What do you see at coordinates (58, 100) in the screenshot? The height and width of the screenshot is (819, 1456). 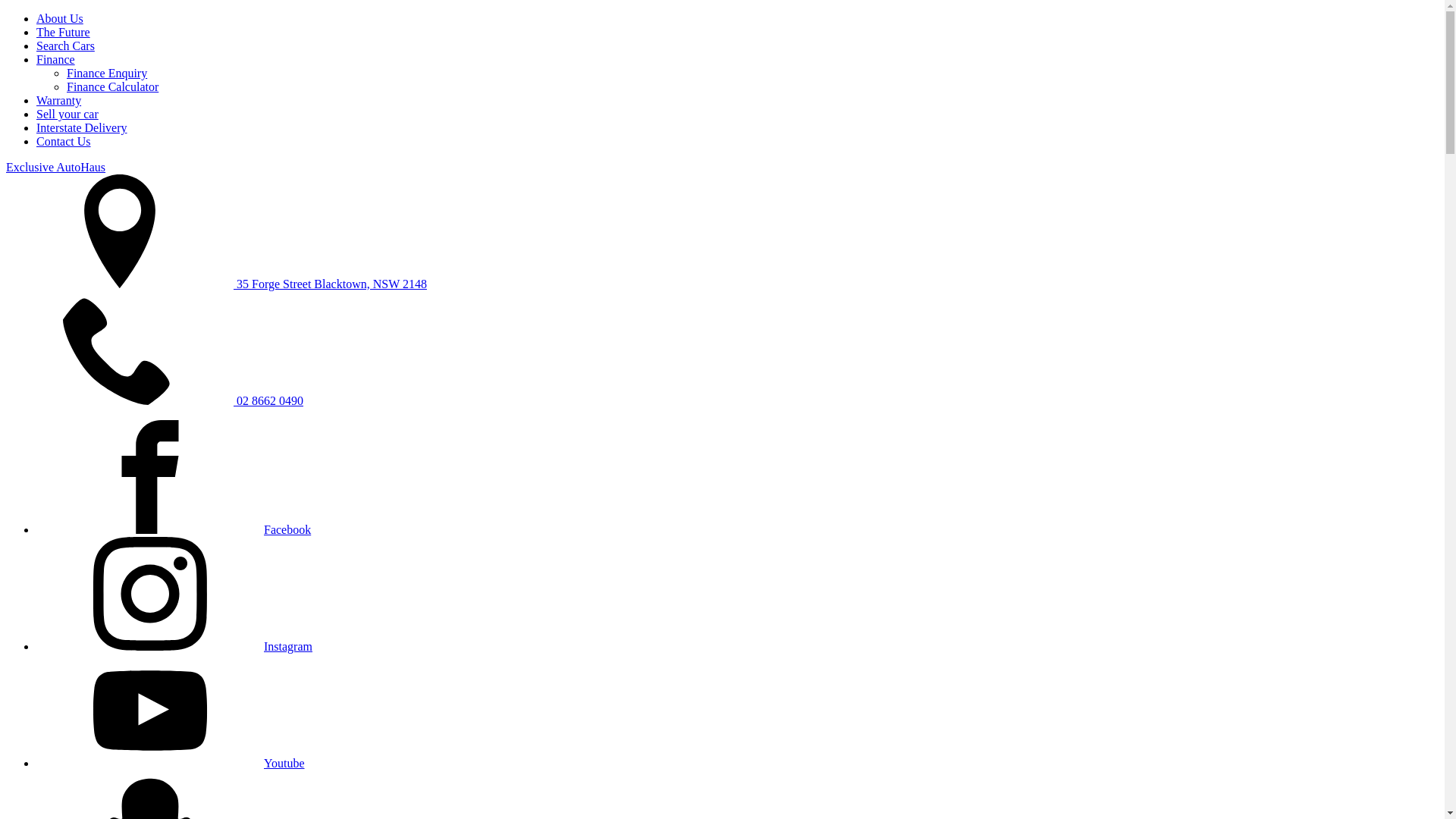 I see `'Warranty'` at bounding box center [58, 100].